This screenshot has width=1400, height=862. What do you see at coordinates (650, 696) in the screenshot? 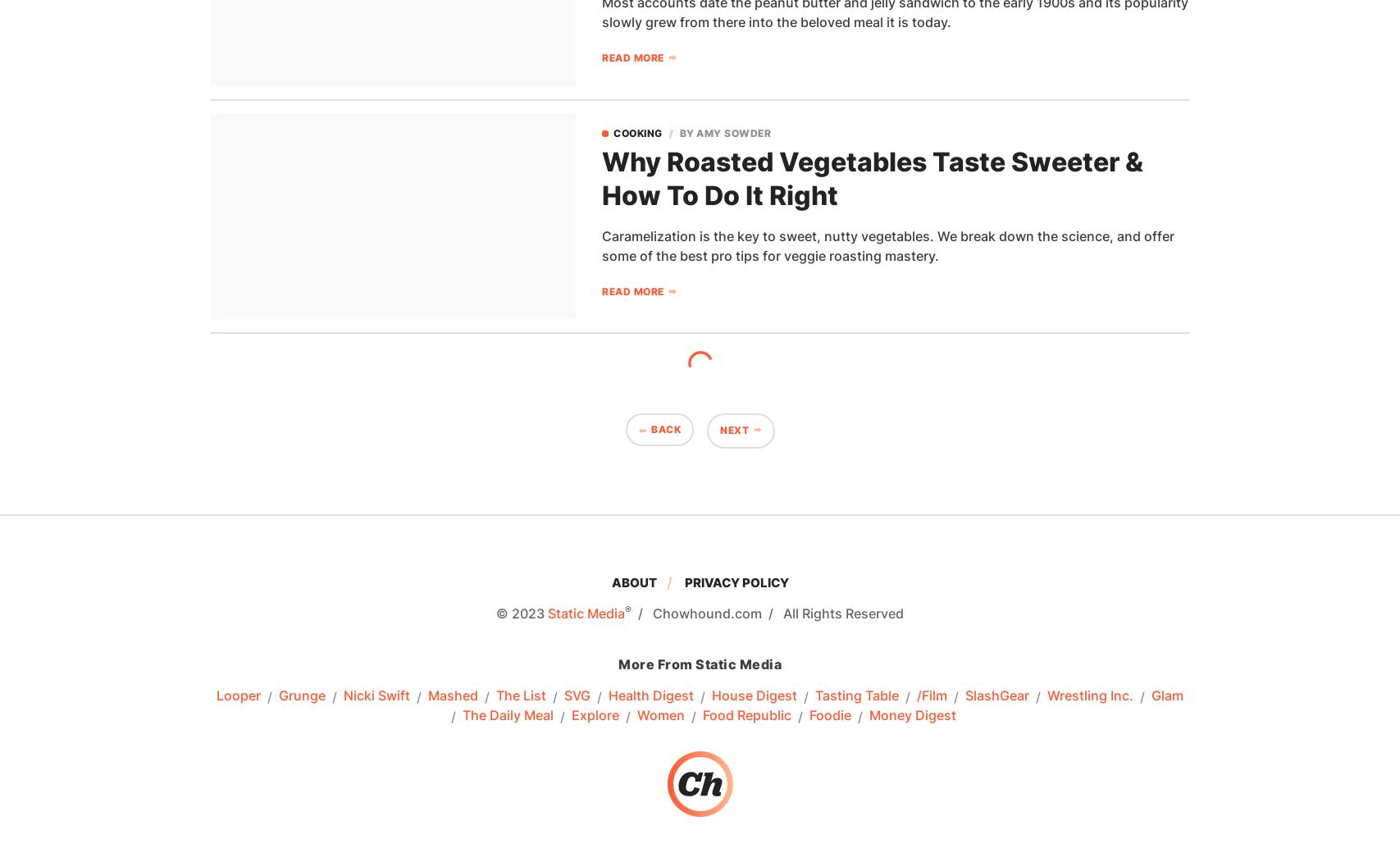
I see `'Health Digest'` at bounding box center [650, 696].